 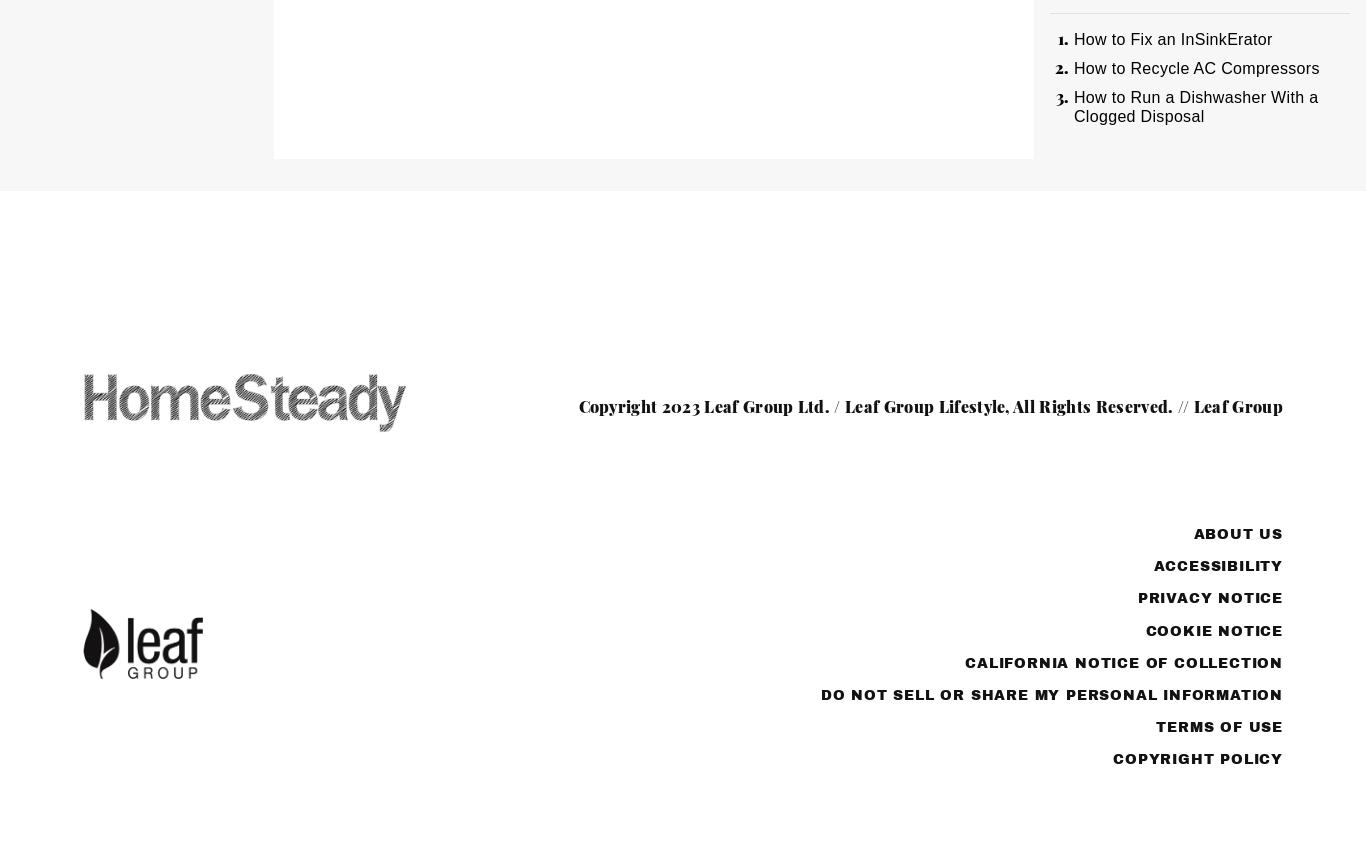 I want to click on 'How to Fix an InSinkErator', so click(x=1172, y=38).